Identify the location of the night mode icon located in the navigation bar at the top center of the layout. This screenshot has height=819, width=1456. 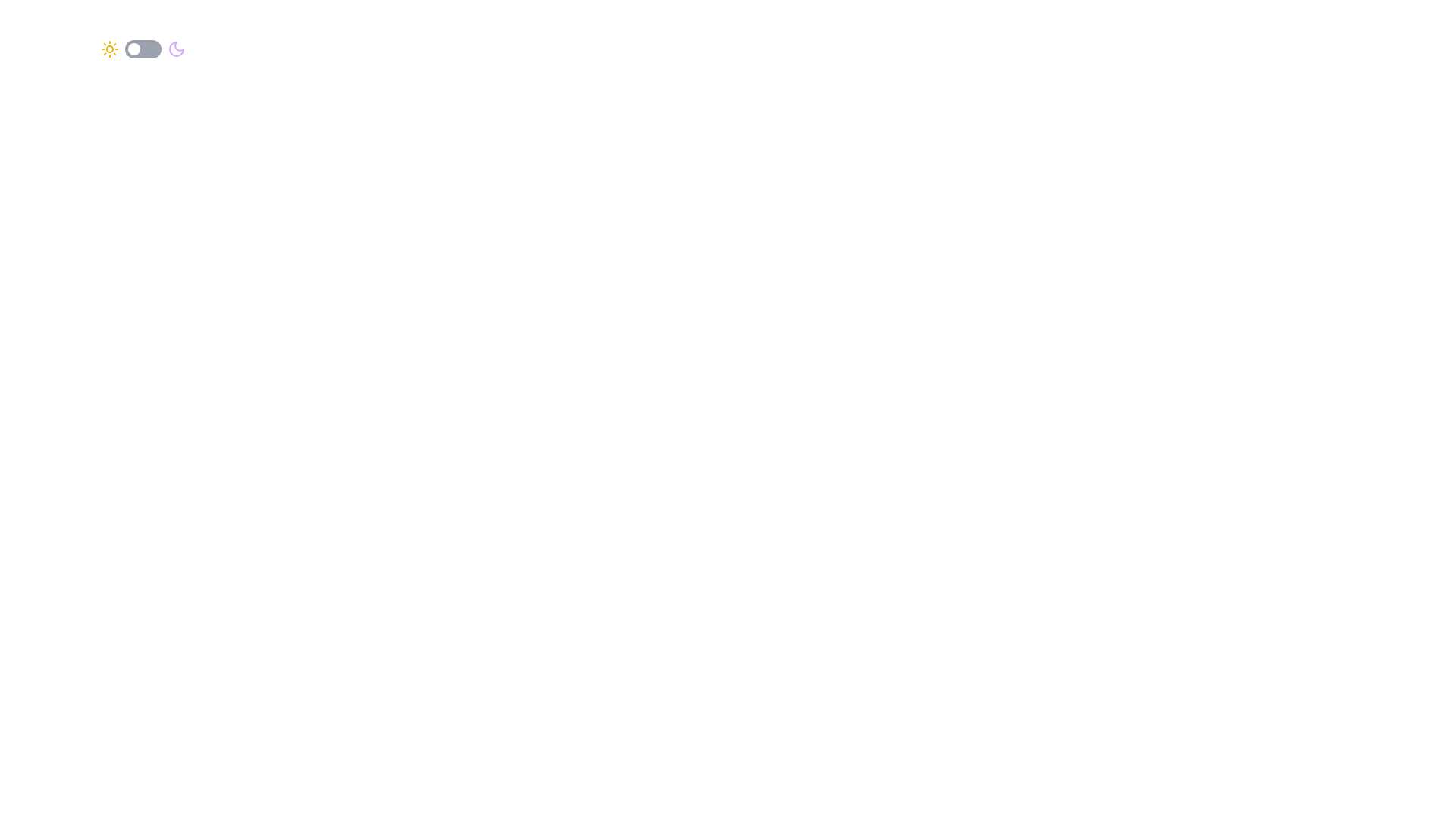
(177, 49).